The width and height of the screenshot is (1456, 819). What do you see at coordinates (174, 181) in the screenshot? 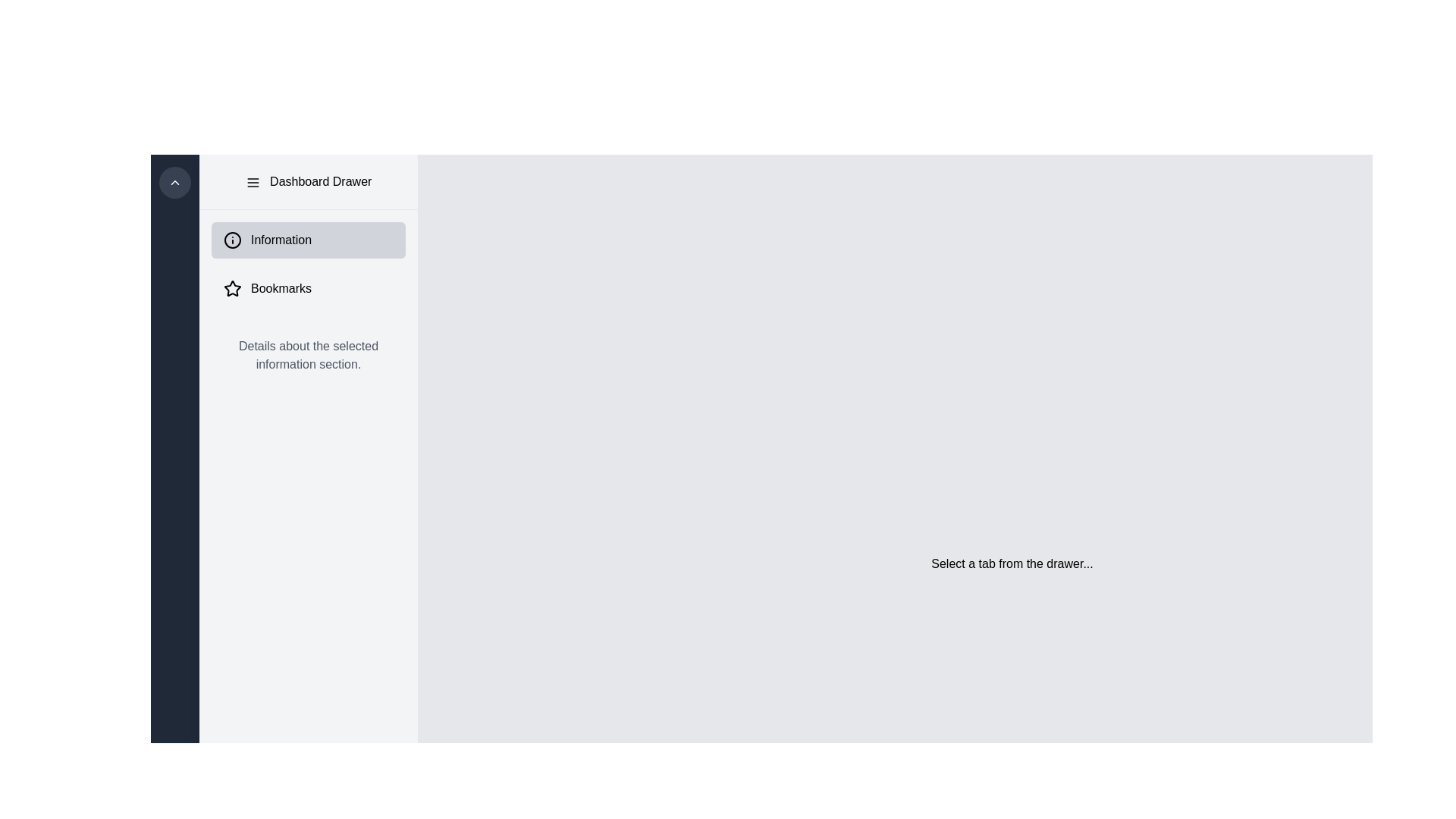
I see `the chevron-up icon located inside a dark gray circular button on the top segment of the vertical side navigation bar` at bounding box center [174, 181].